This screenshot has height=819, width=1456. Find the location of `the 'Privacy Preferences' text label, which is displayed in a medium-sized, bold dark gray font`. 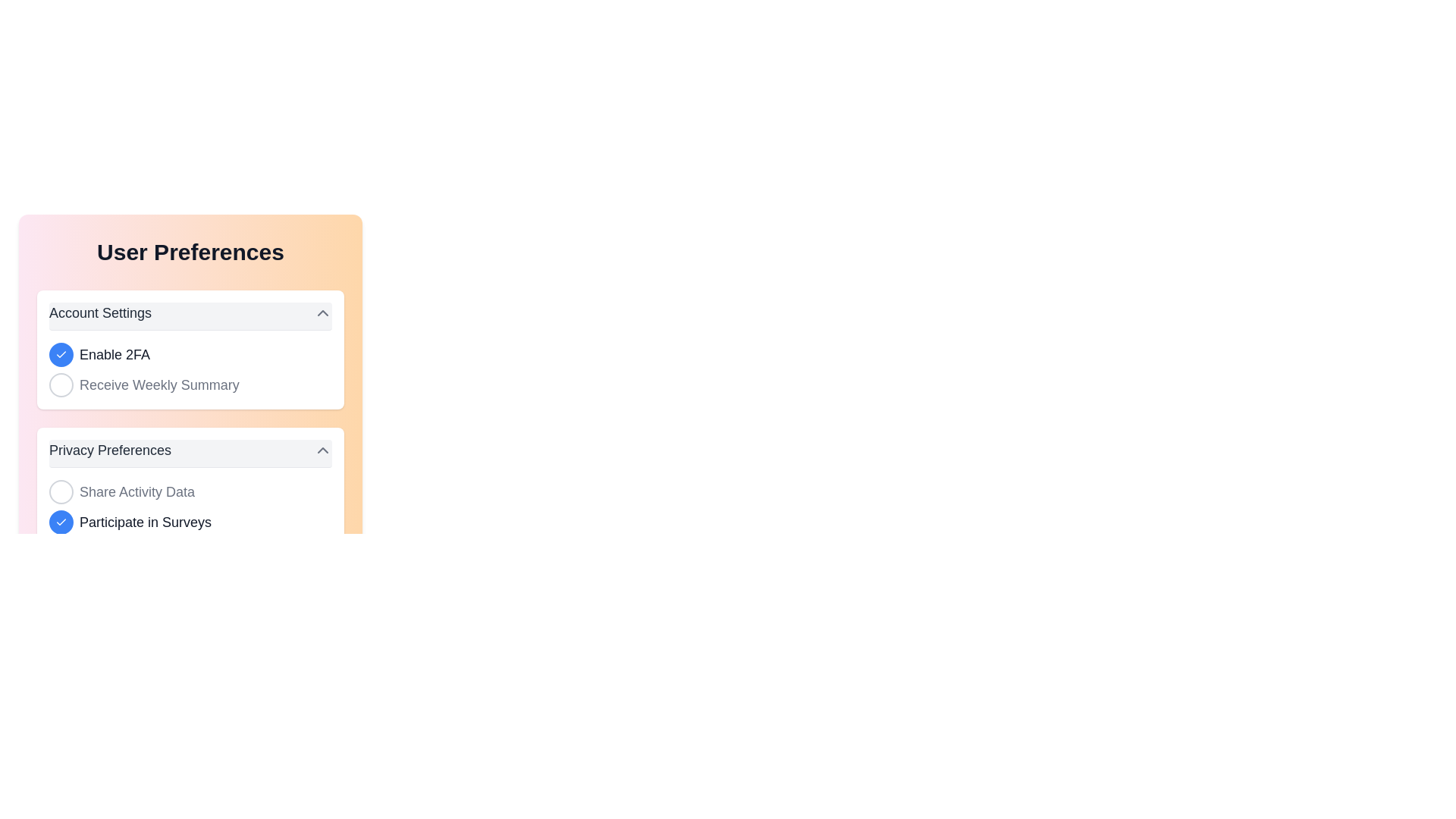

the 'Privacy Preferences' text label, which is displayed in a medium-sized, bold dark gray font is located at coordinates (109, 450).